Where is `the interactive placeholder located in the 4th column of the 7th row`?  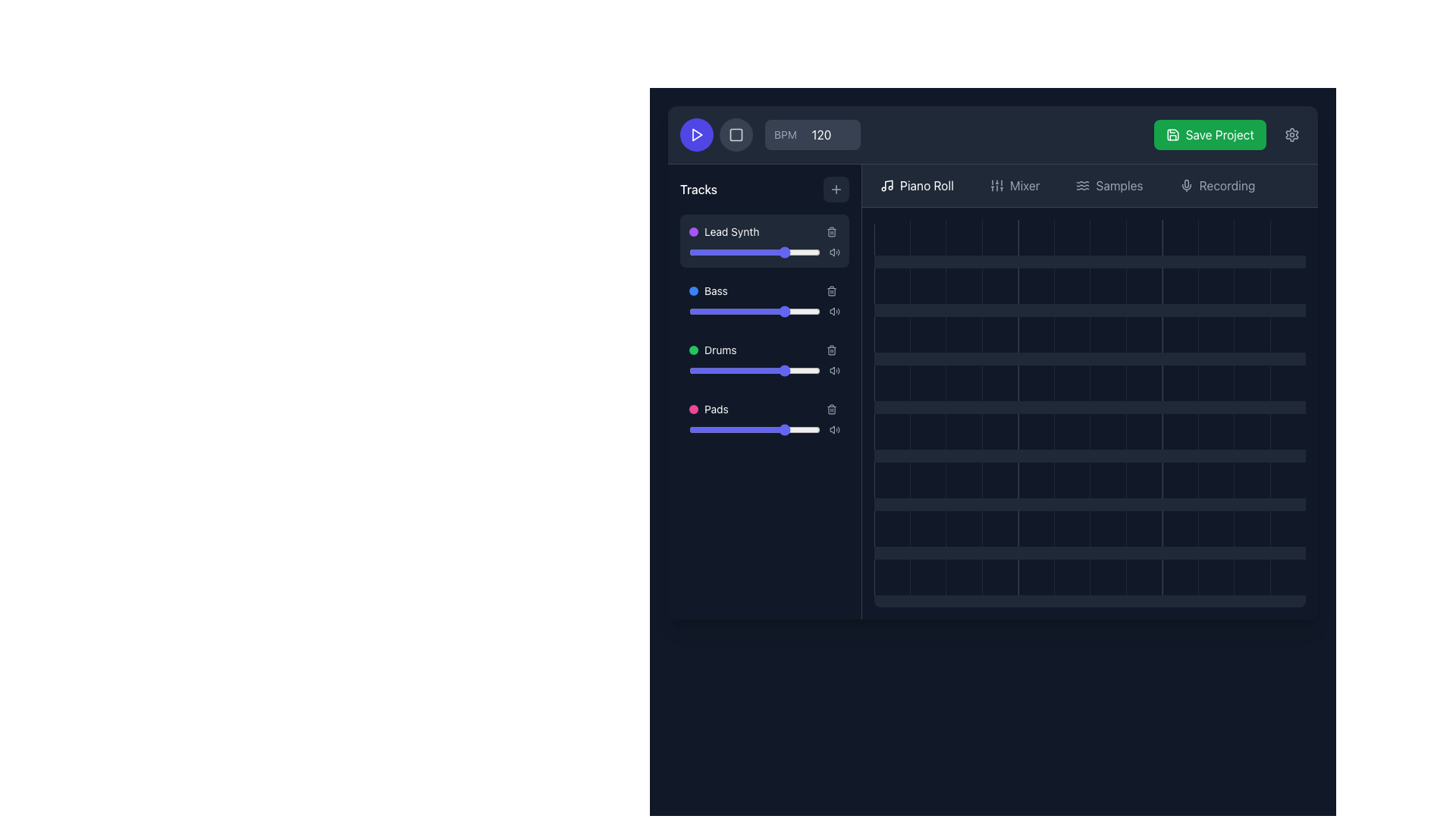
the interactive placeholder located in the 4th column of the 7th row is located at coordinates (999, 528).